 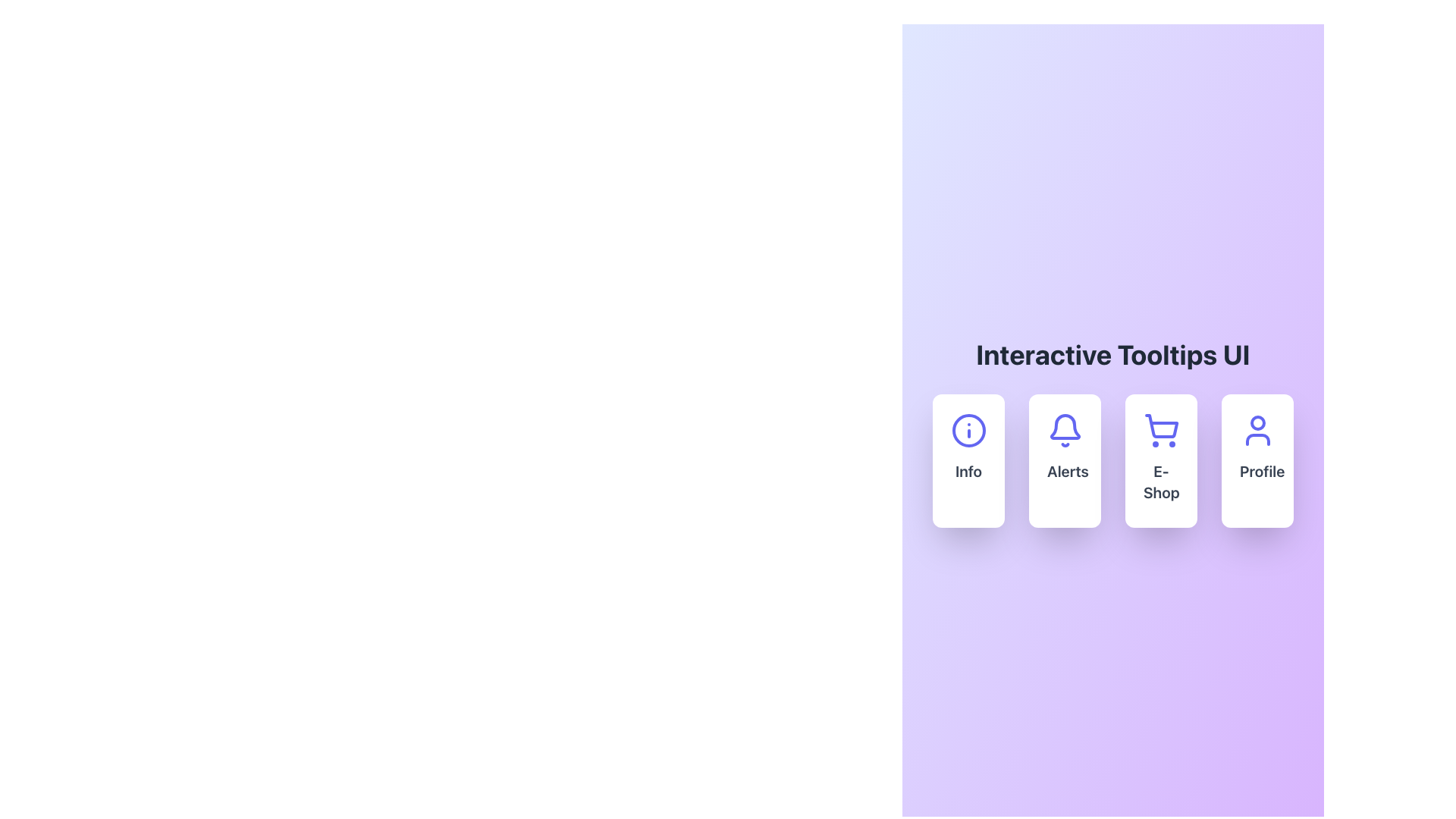 What do you see at coordinates (1257, 470) in the screenshot?
I see `the text label indicating user profile and settings, located in the fourth card from the left, which is adjacent to cards labeled 'Info', 'Alerts', and 'E-Shop'` at bounding box center [1257, 470].